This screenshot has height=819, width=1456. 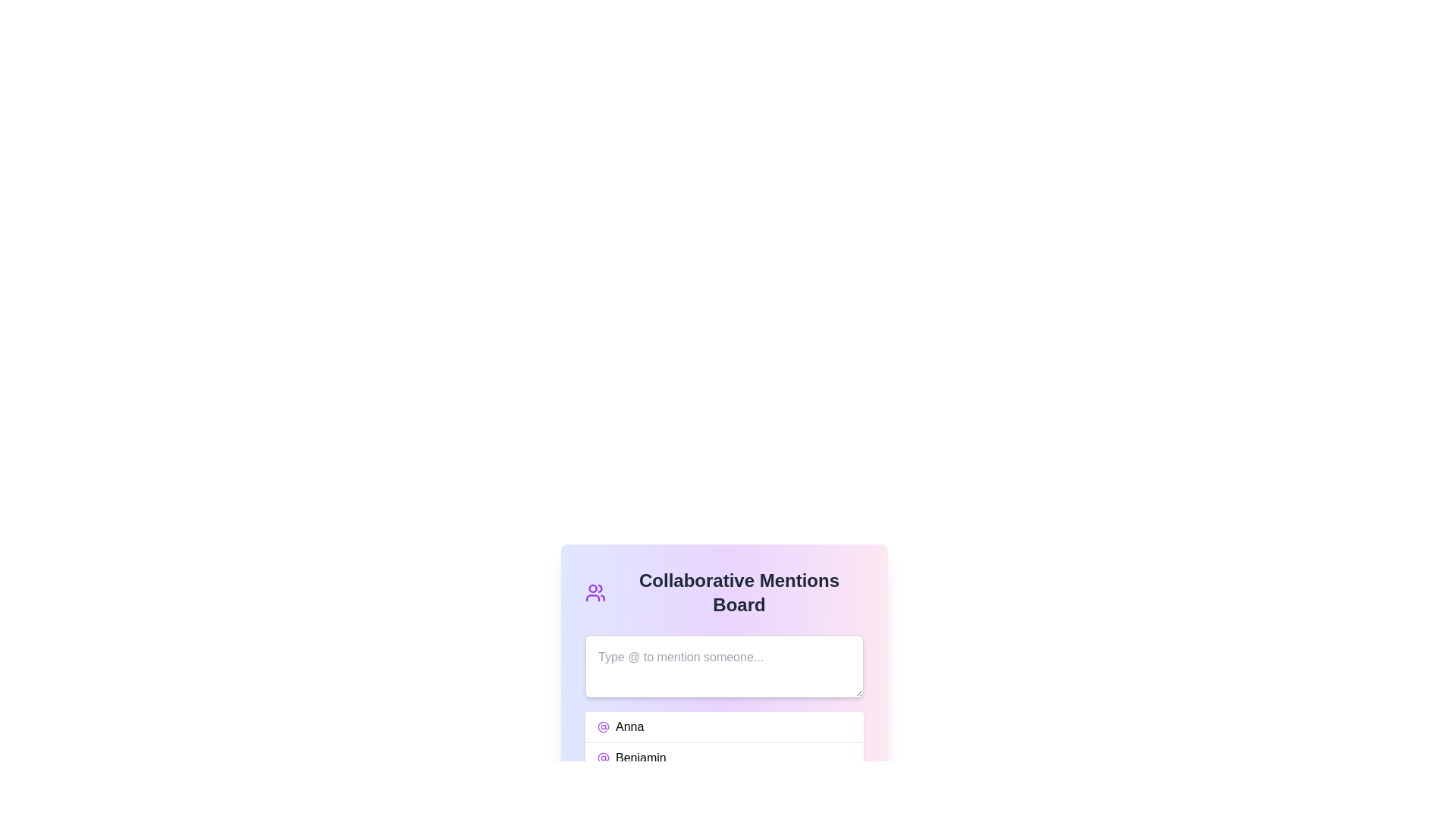 What do you see at coordinates (723, 592) in the screenshot?
I see `Header text that identifies the collaborative mentions section located at the top of the form-like area above the text input field` at bounding box center [723, 592].